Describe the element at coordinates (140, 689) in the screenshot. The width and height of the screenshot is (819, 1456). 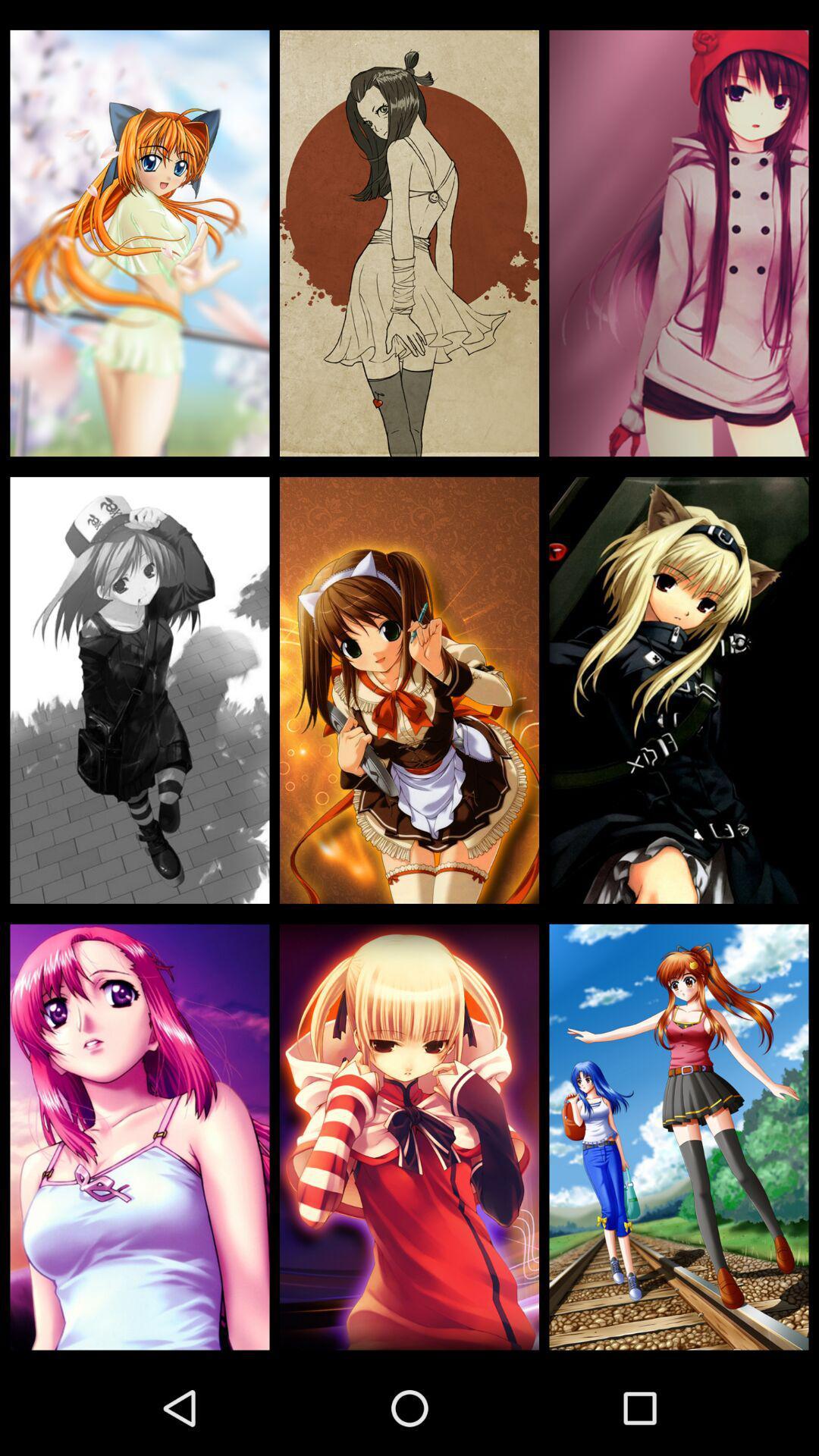
I see `open this image` at that location.